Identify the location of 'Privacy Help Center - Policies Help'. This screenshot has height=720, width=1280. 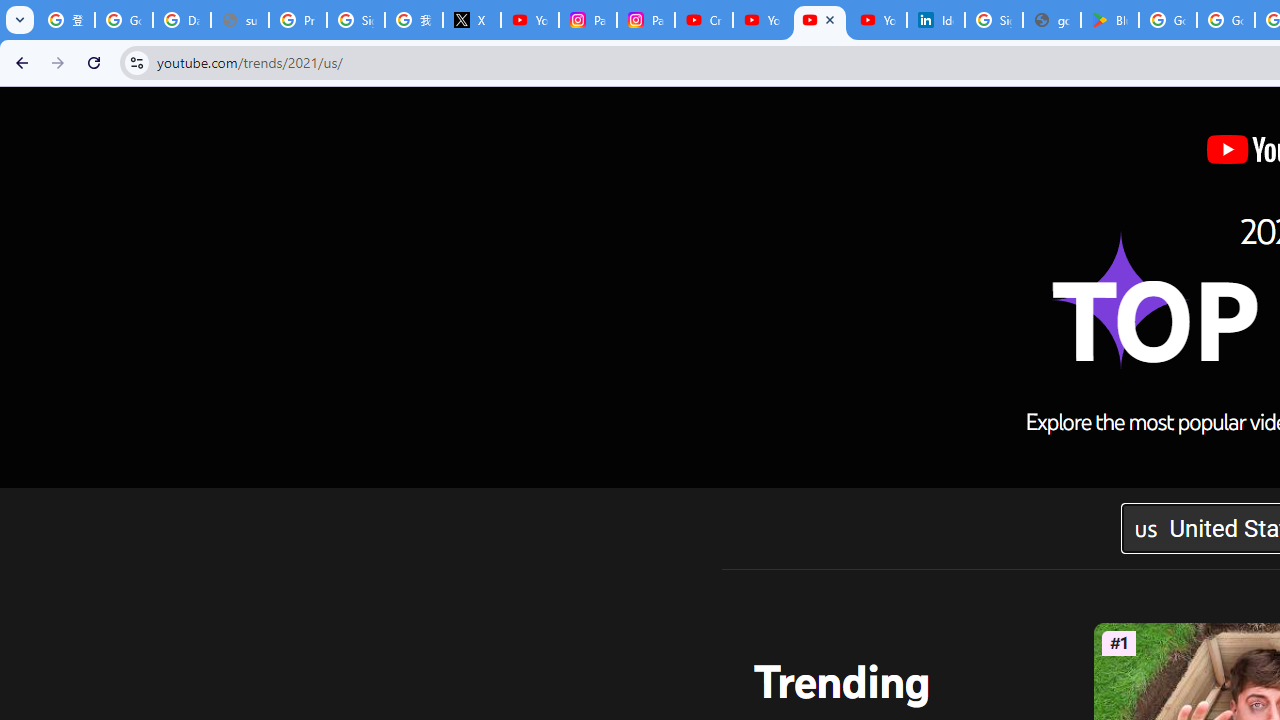
(296, 20).